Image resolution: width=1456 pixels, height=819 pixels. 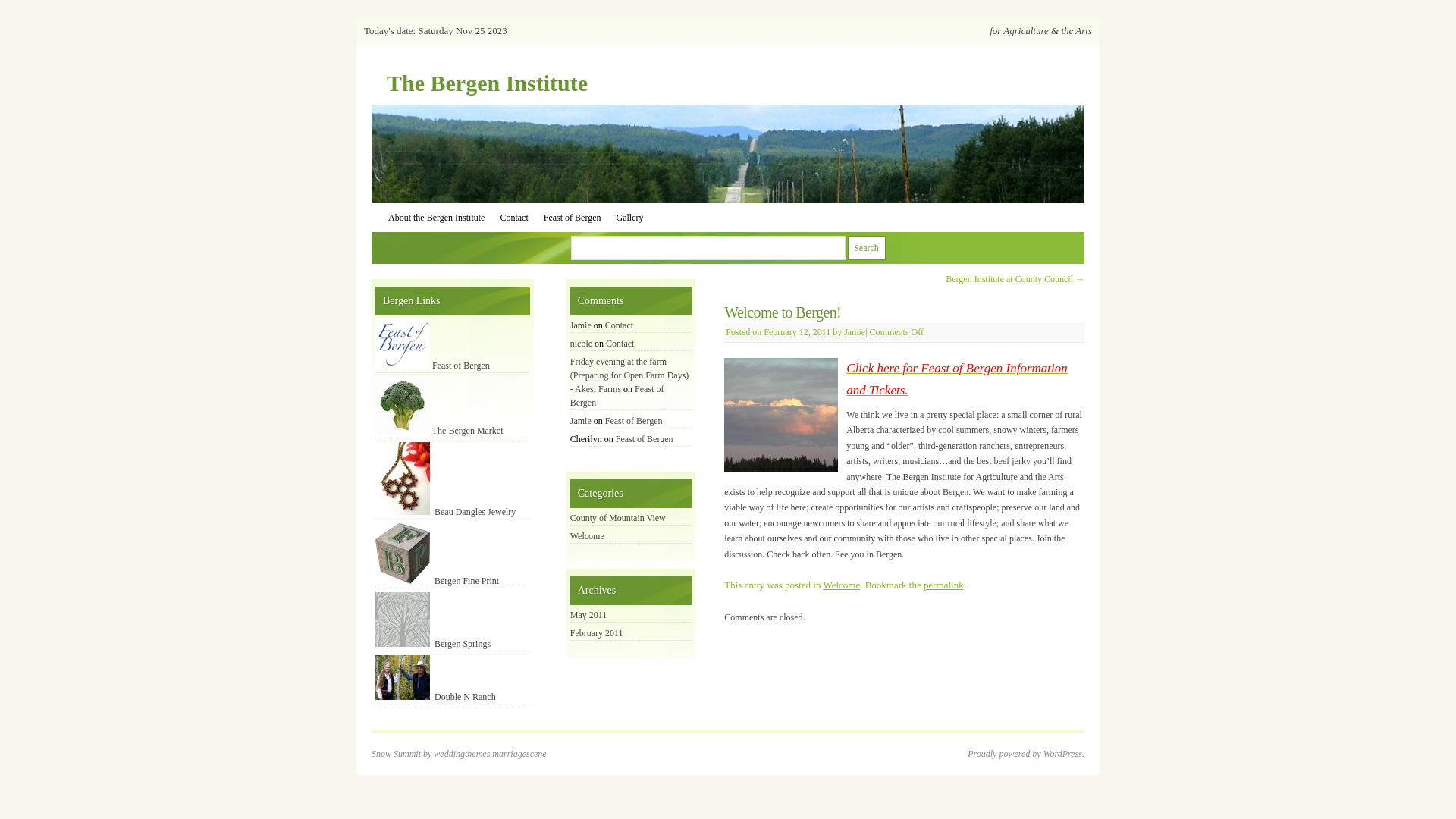 I want to click on 'Click here for Feast of Bergen Information and Tickets.', so click(x=955, y=378).